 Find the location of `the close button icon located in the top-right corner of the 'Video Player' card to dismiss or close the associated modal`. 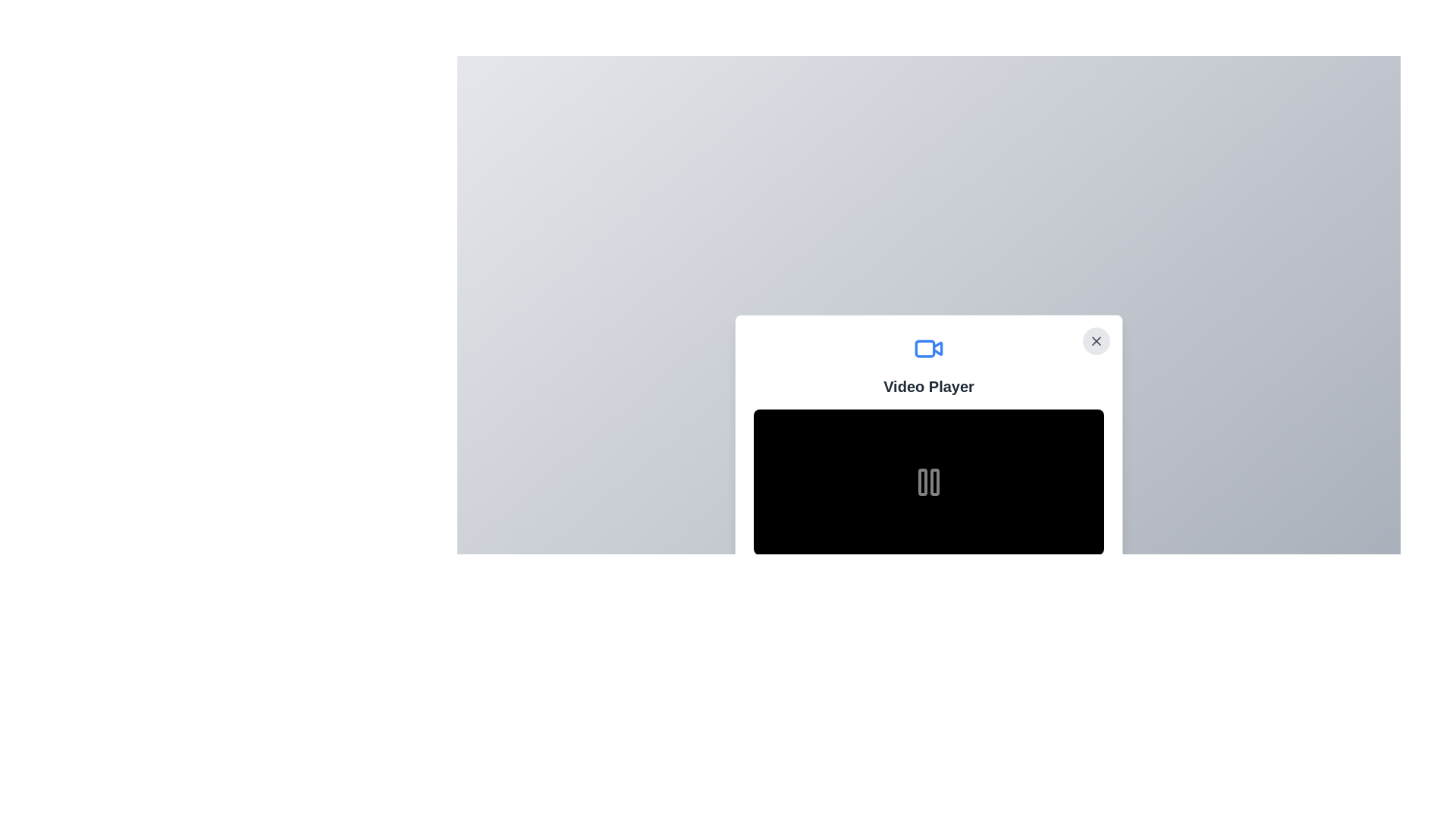

the close button icon located in the top-right corner of the 'Video Player' card to dismiss or close the associated modal is located at coordinates (1096, 341).